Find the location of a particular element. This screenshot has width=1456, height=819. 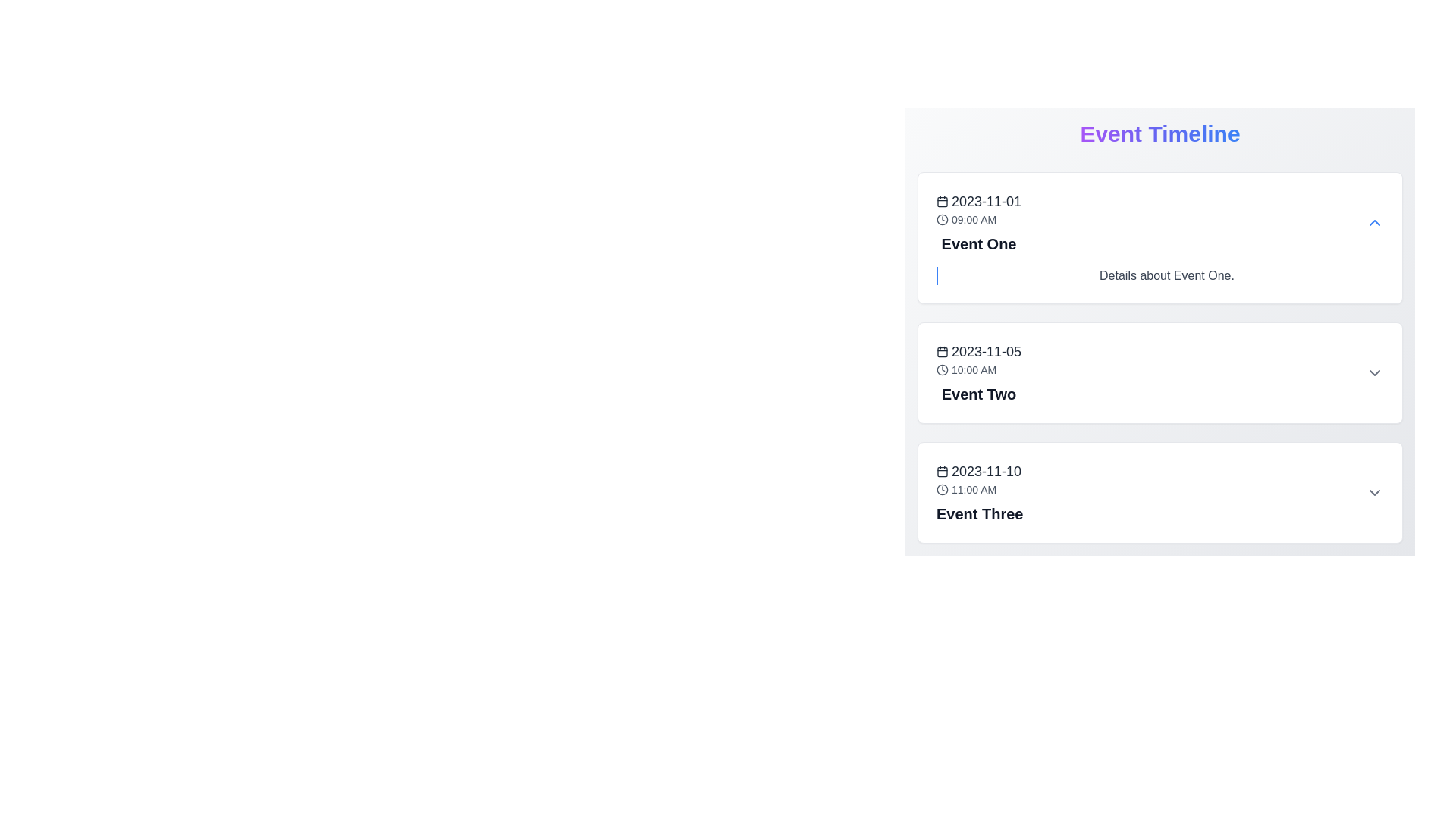

the chevron icon in the upper-right corner of the 'Event One' card is located at coordinates (1375, 222).